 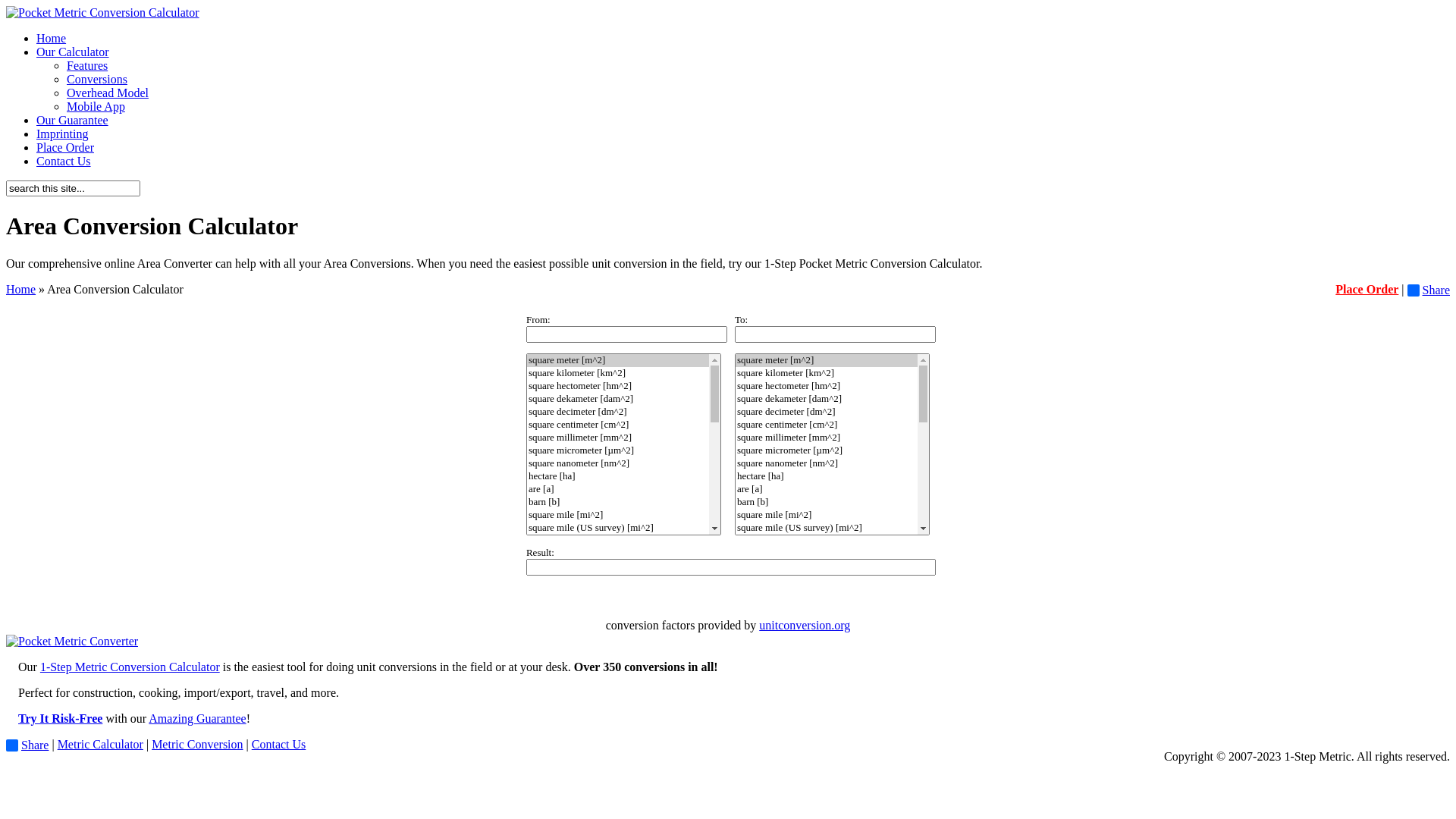 What do you see at coordinates (18, 717) in the screenshot?
I see `'Try It Risk-Free'` at bounding box center [18, 717].